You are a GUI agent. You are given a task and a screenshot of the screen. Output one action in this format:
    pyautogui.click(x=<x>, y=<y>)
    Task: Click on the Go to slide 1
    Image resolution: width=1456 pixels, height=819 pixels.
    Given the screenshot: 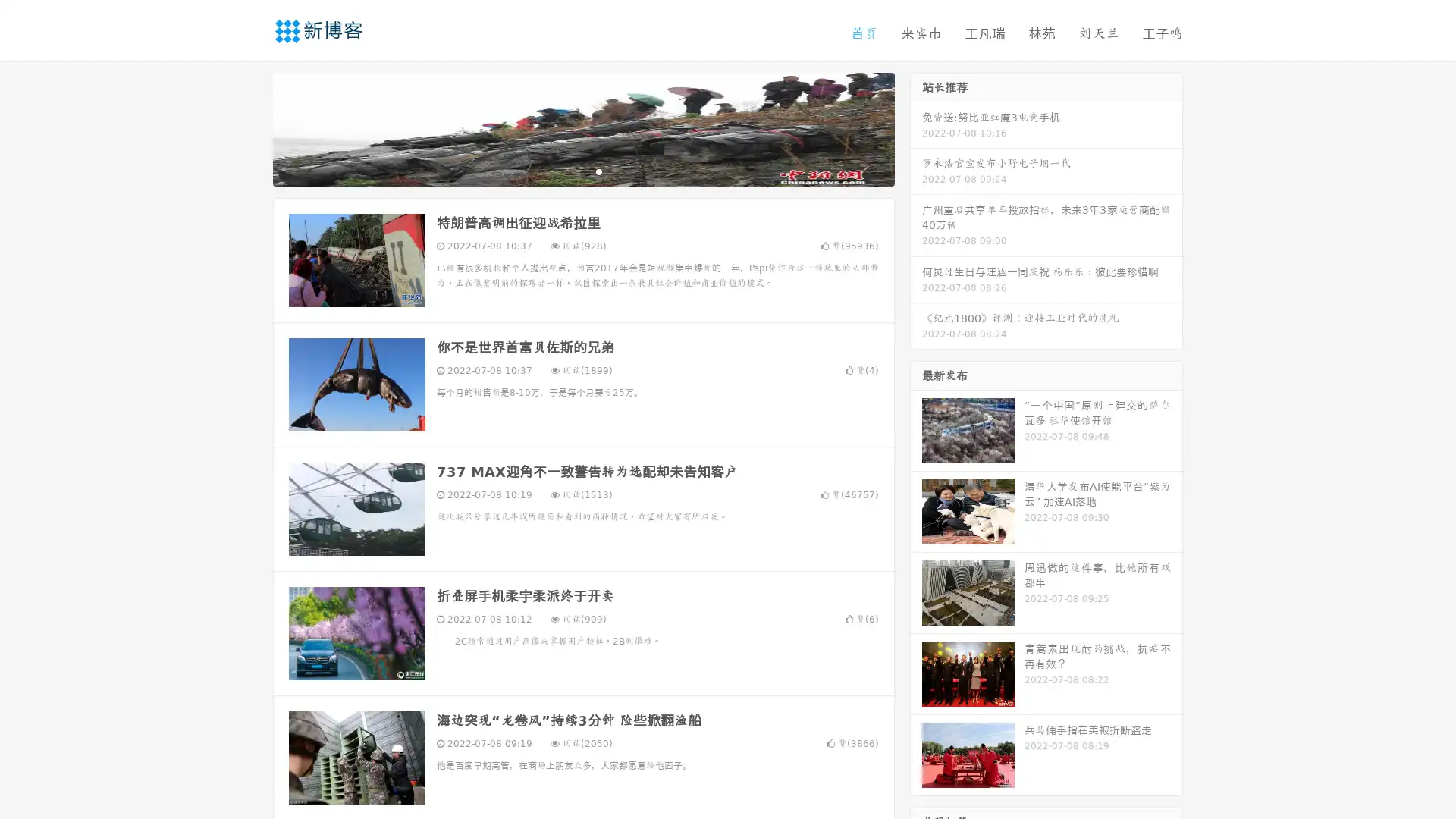 What is the action you would take?
    pyautogui.click(x=567, y=171)
    